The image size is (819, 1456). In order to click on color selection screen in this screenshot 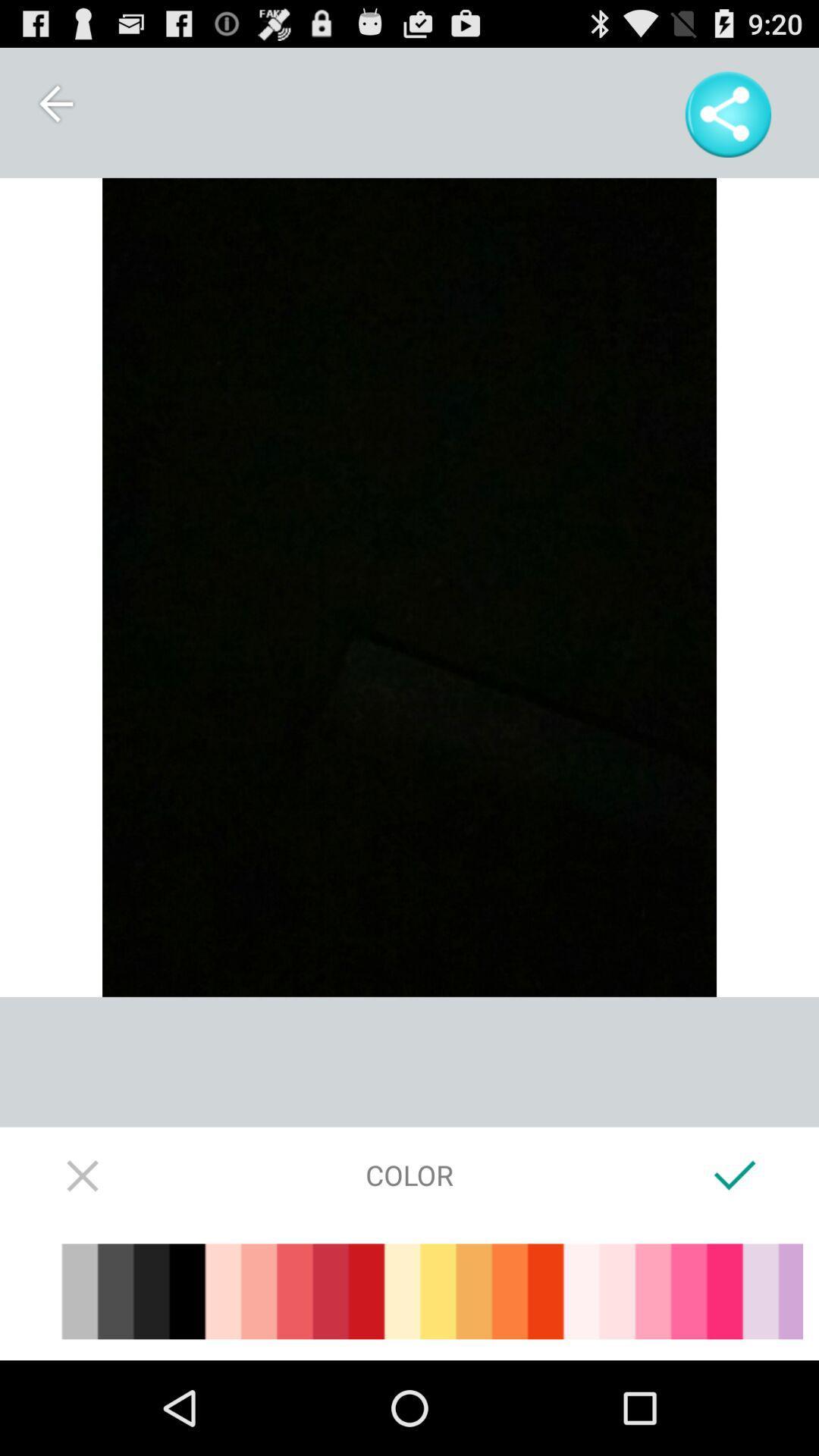, I will do `click(83, 1174)`.